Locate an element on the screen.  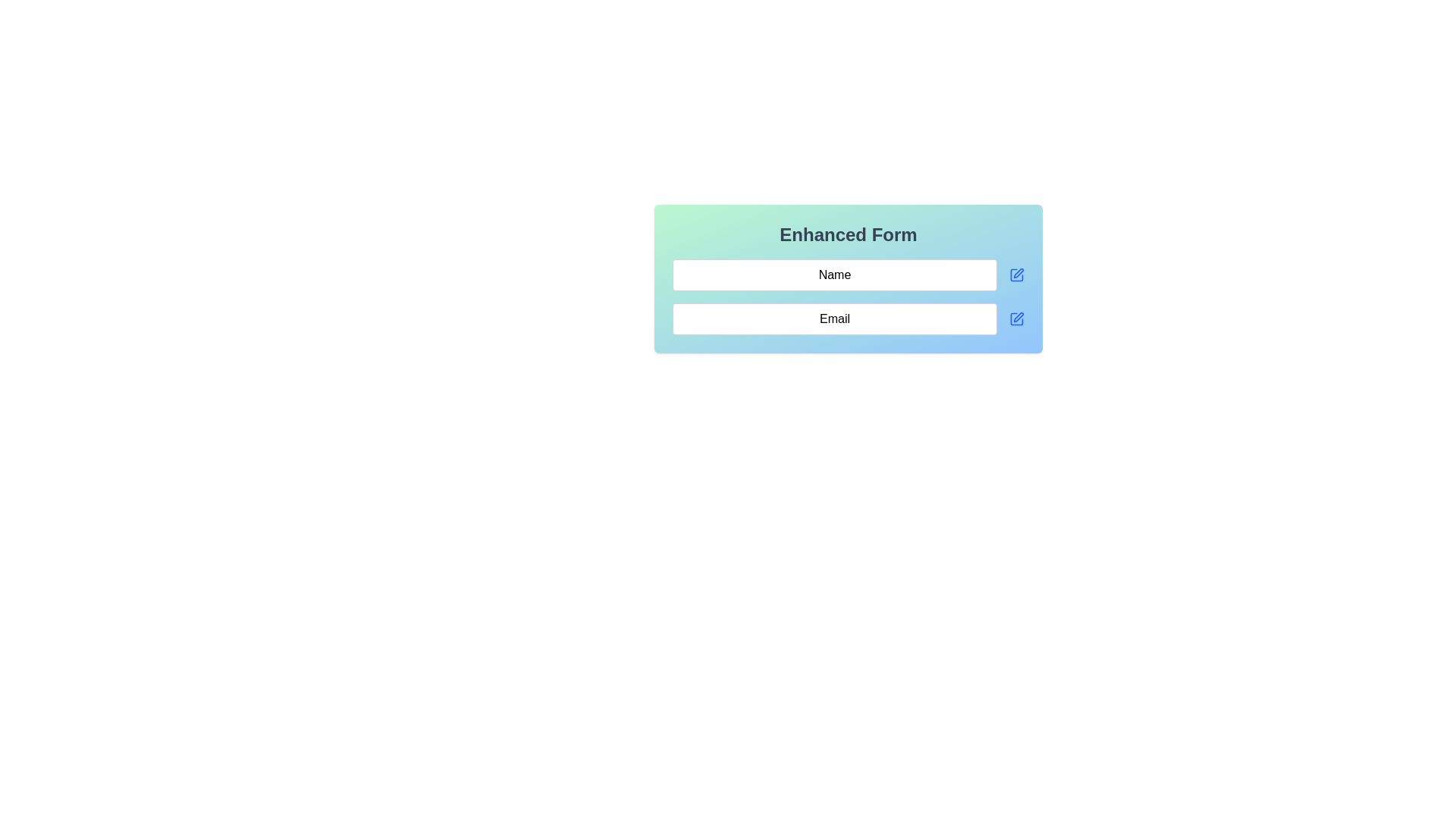
the second icon button resembling a pen or pencil located at the right side of the email input field in the 'Enhanced Form' is located at coordinates (1018, 316).